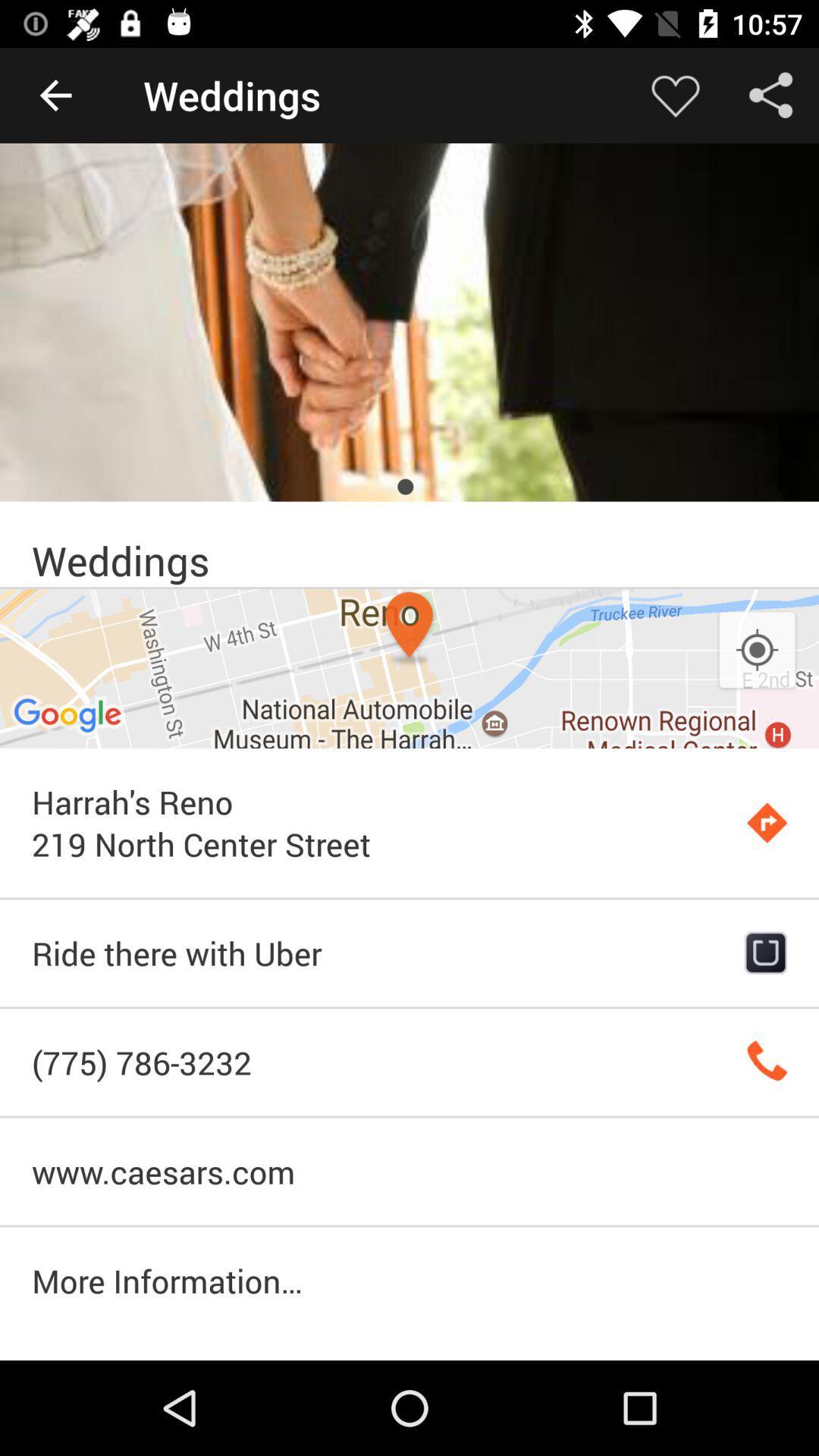 The width and height of the screenshot is (819, 1456). Describe the element at coordinates (675, 94) in the screenshot. I see `item to the right of the weddings` at that location.